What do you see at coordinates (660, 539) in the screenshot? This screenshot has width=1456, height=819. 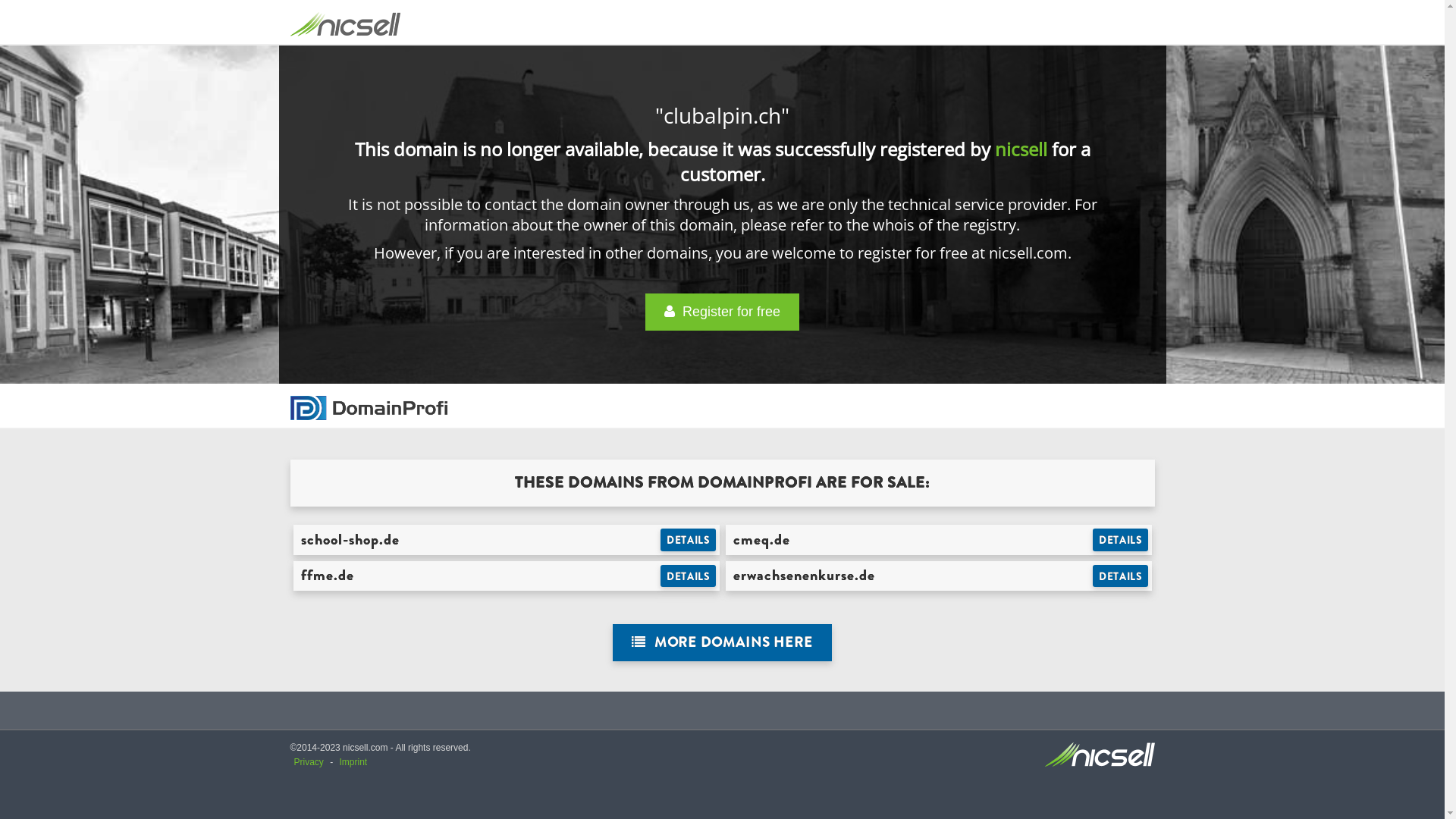 I see `'DETAILS'` at bounding box center [660, 539].